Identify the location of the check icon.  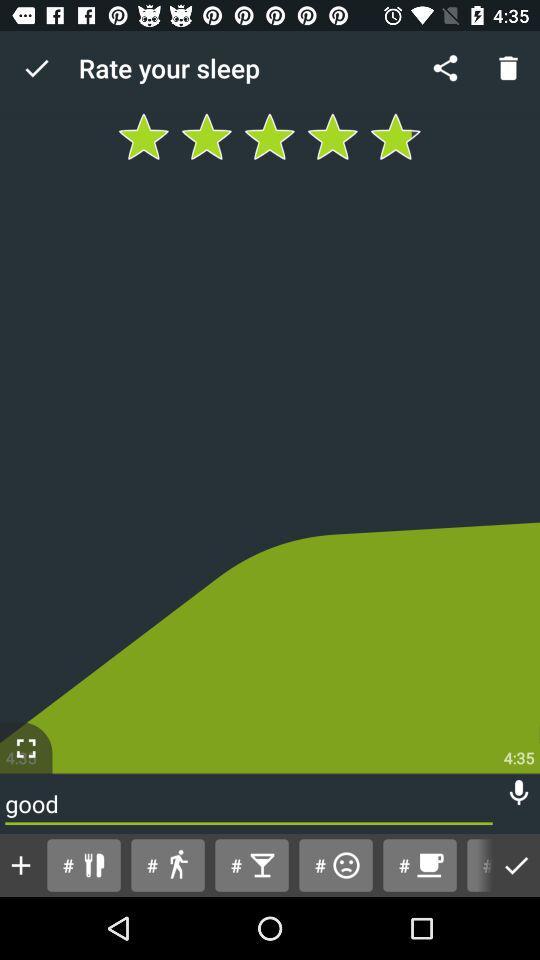
(516, 864).